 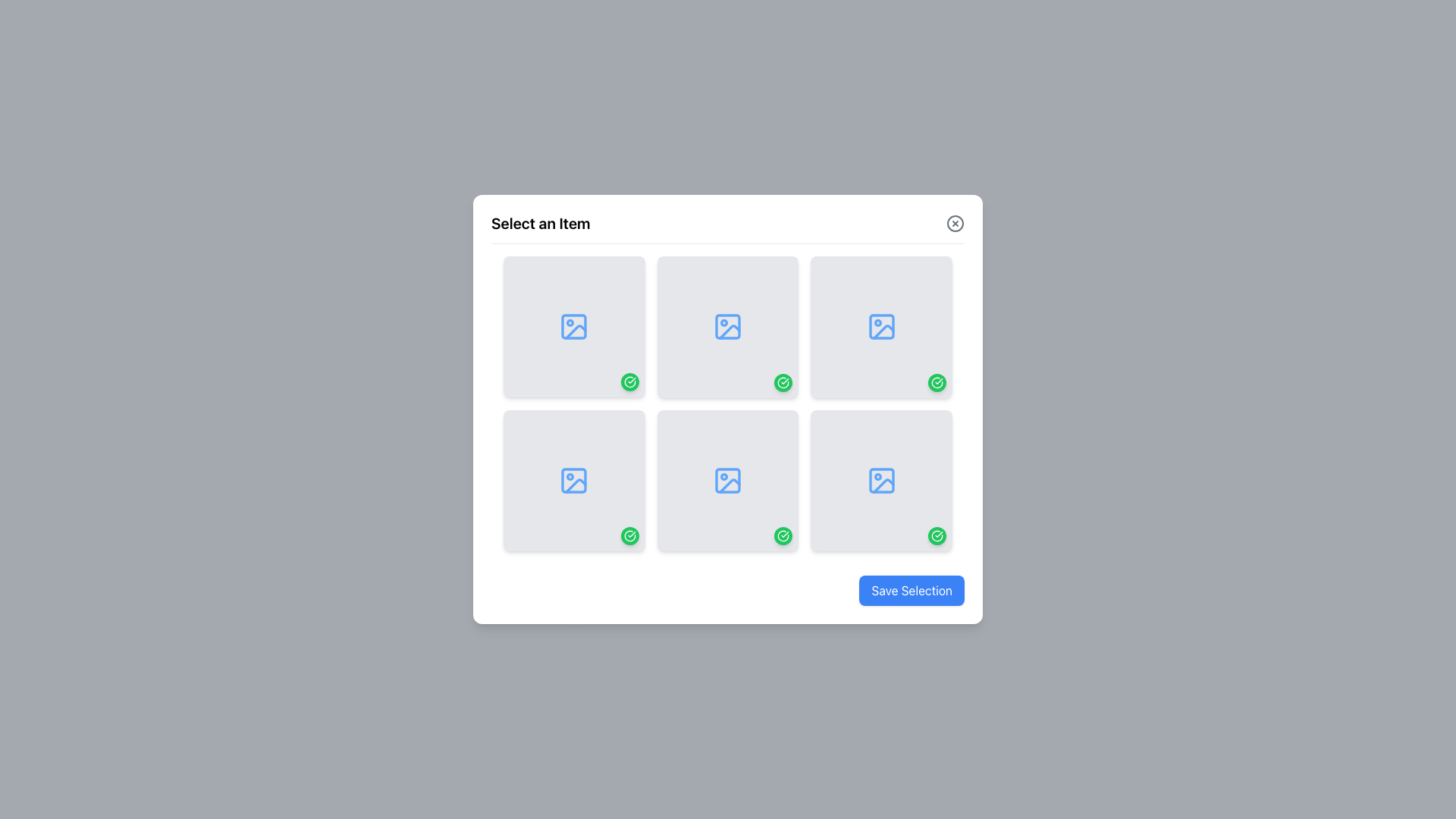 I want to click on the clickable grid item that has a gray background, rounded corners, and a centered blue icon with a notification badge, located below the title 'Select an Item', so click(x=573, y=326).